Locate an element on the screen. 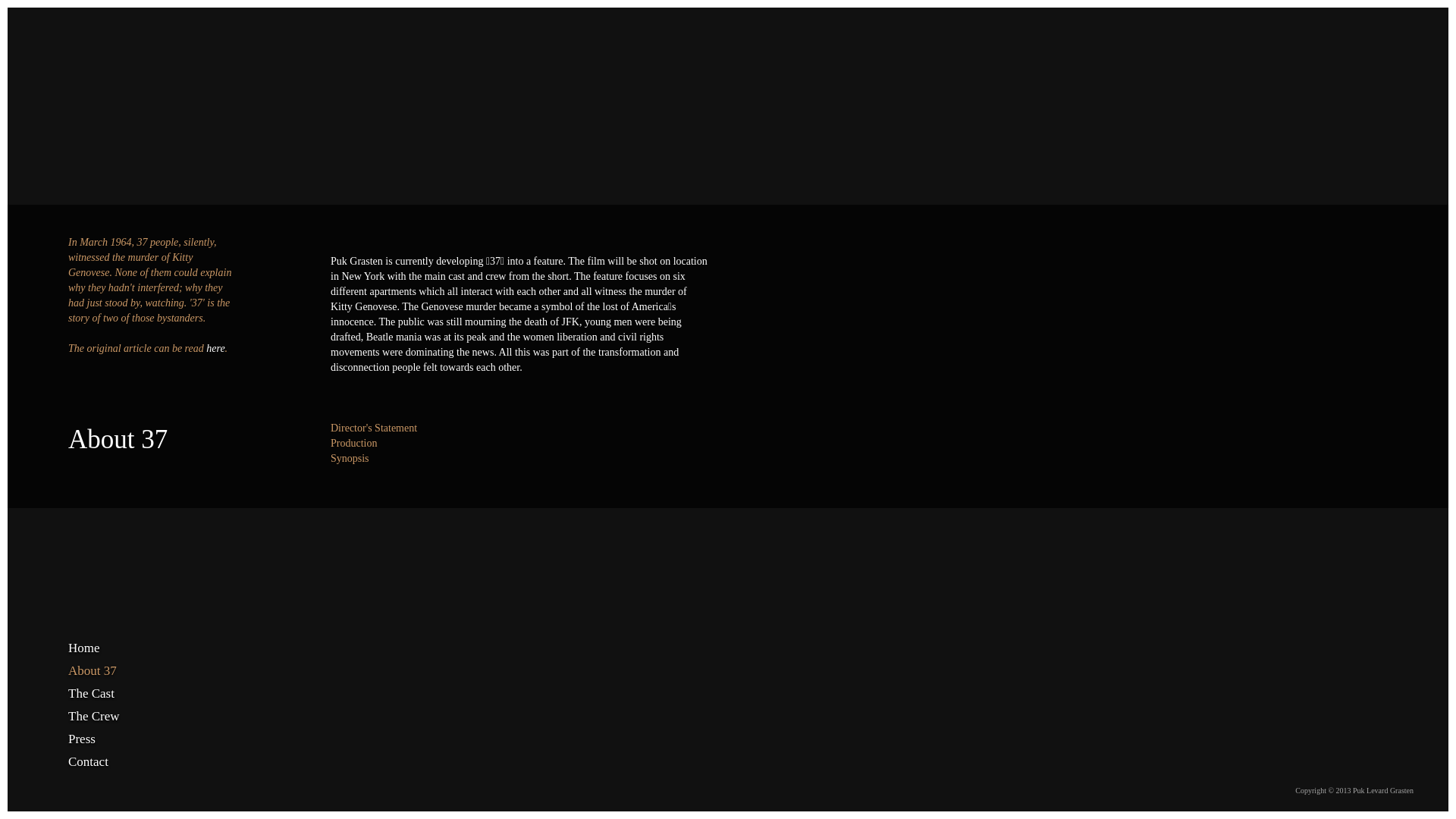 This screenshot has height=819, width=1456. 'Director's Statement' is located at coordinates (374, 428).